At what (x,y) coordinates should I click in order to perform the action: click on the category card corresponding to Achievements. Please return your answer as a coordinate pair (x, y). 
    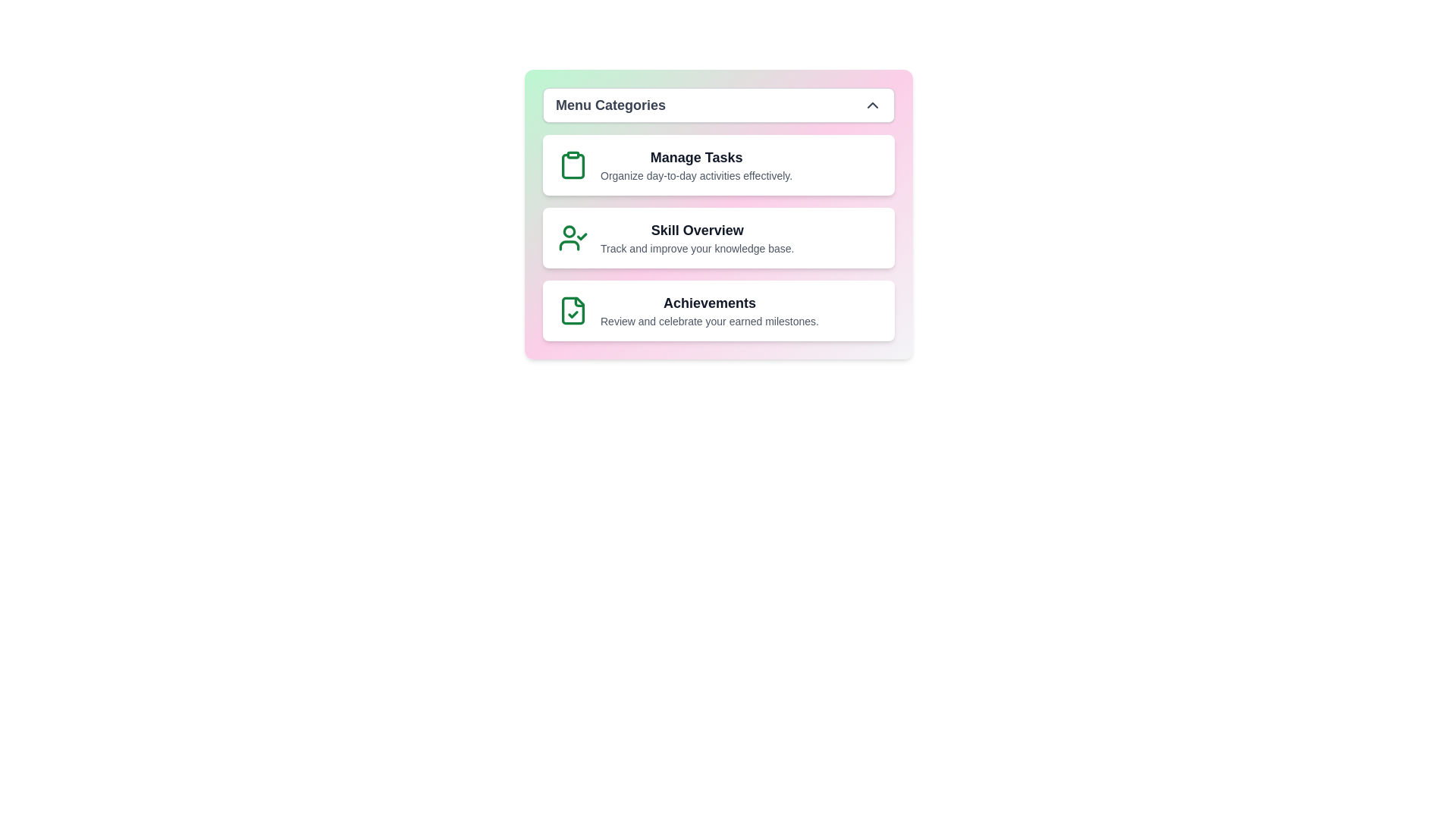
    Looking at the image, I should click on (718, 309).